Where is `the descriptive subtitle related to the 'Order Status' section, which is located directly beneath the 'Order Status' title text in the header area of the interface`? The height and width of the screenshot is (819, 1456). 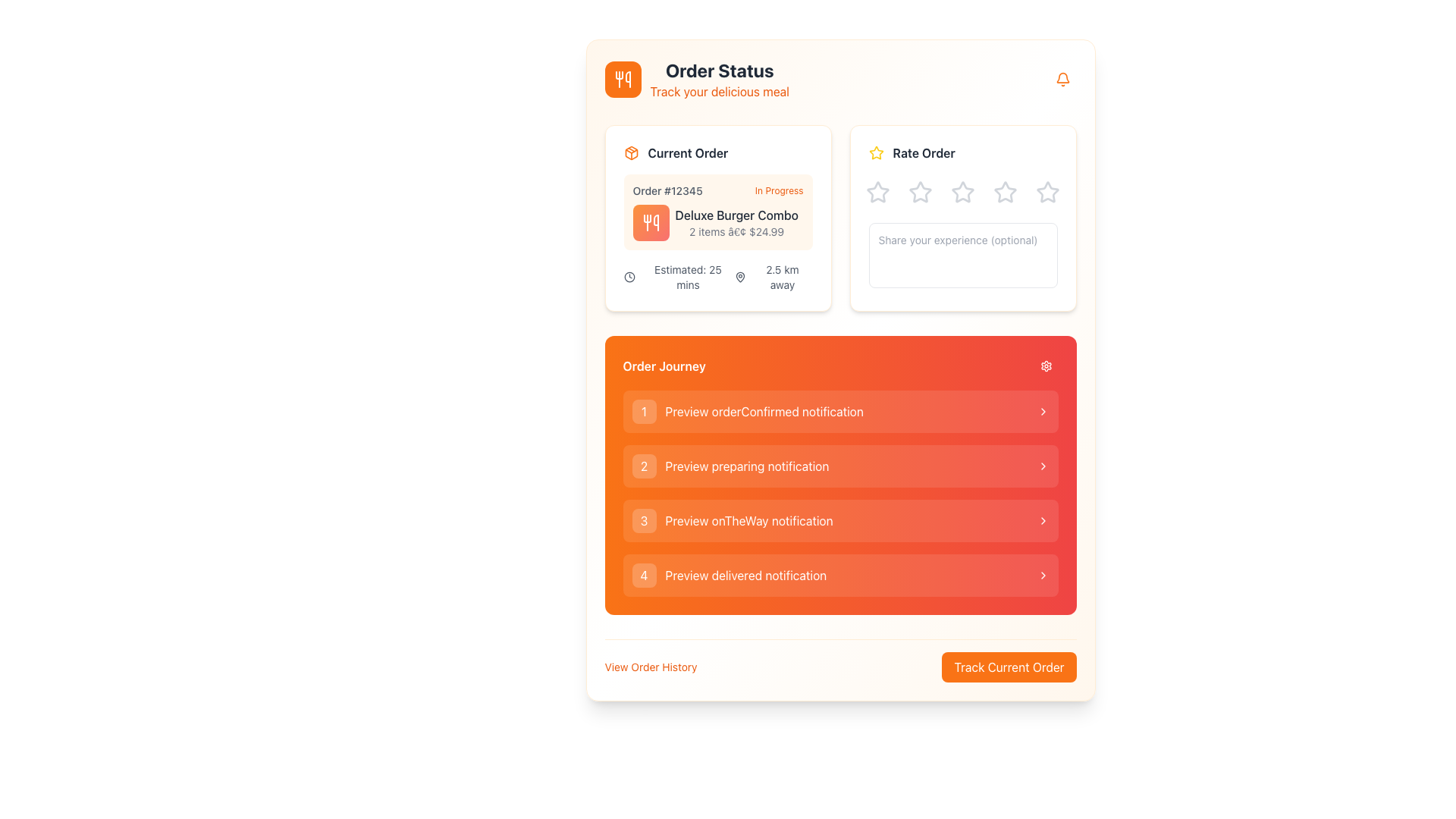 the descriptive subtitle related to the 'Order Status' section, which is located directly beneath the 'Order Status' title text in the header area of the interface is located at coordinates (719, 91).